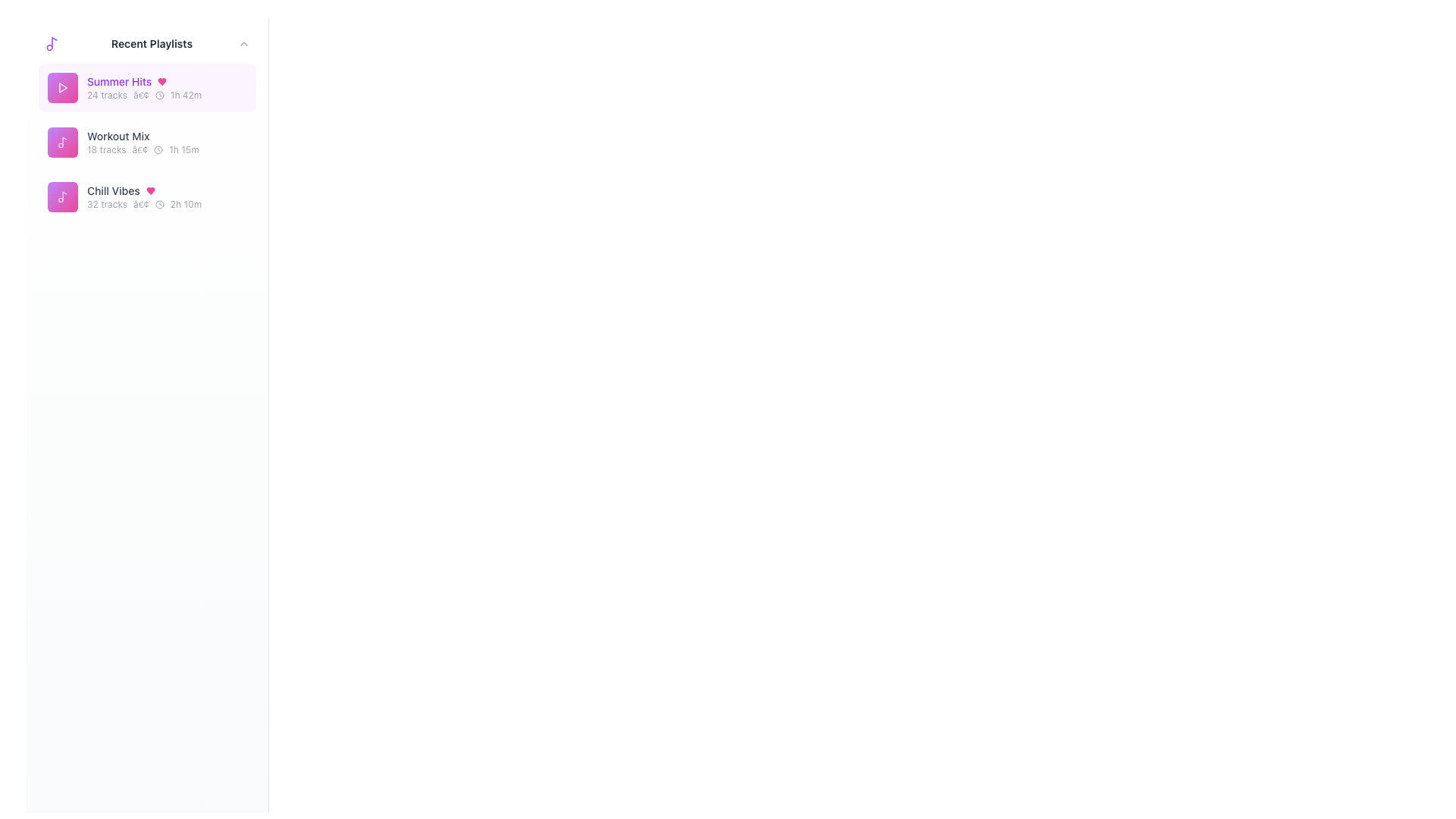  What do you see at coordinates (147, 143) in the screenshot?
I see `the 'Workout Mix' list item, which is the second item in the 'Recent Playlists' section` at bounding box center [147, 143].